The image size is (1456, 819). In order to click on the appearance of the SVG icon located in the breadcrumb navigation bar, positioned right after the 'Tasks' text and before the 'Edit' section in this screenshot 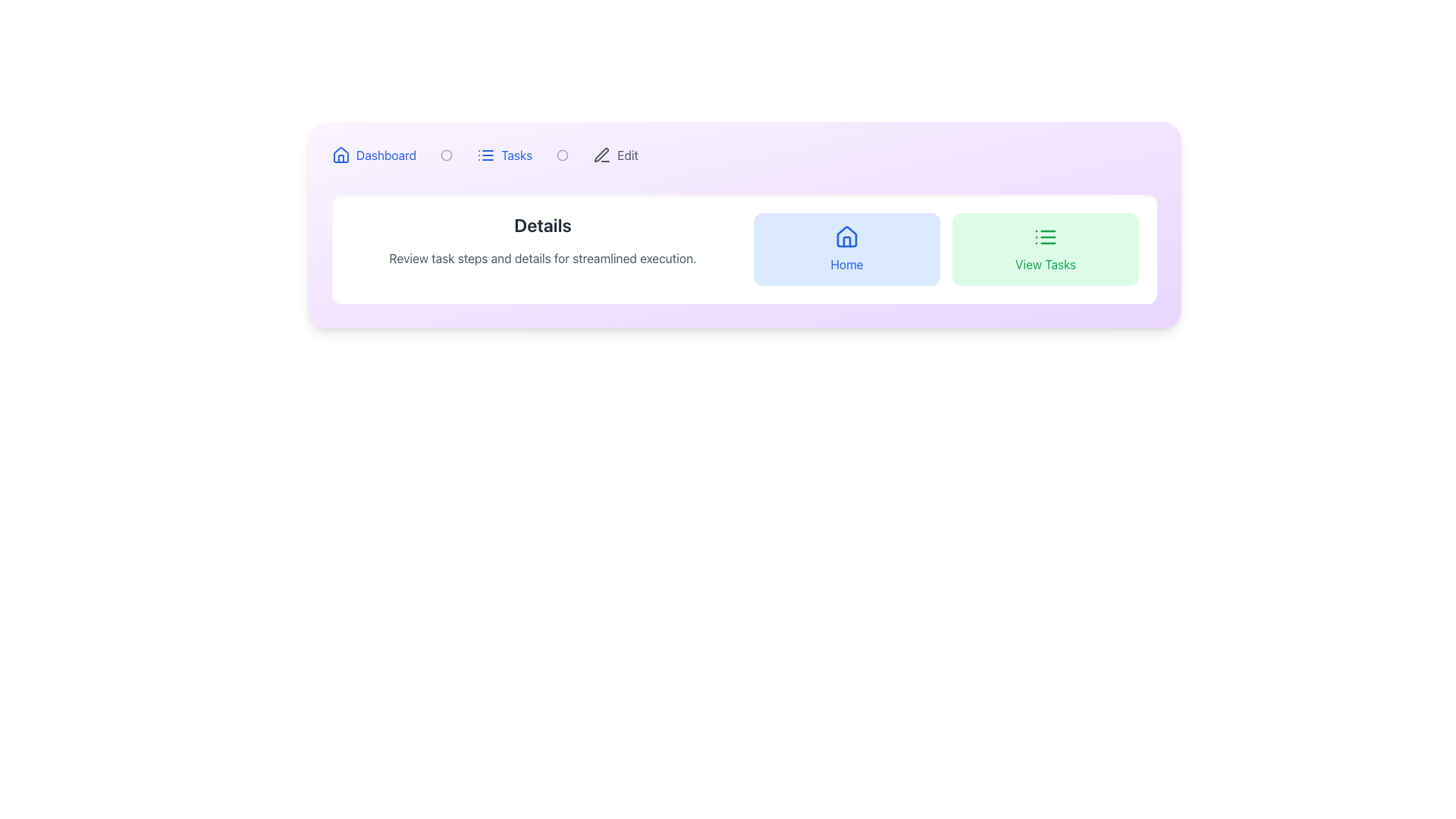, I will do `click(446, 155)`.